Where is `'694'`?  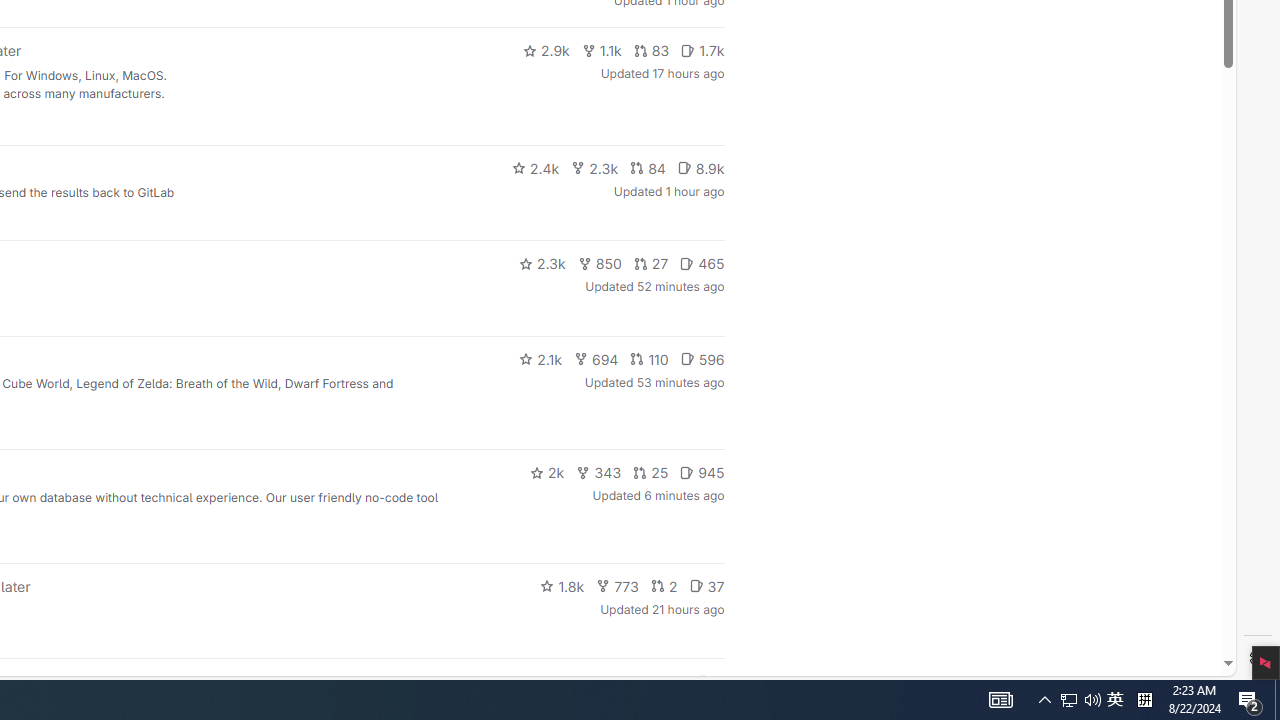 '694' is located at coordinates (595, 357).